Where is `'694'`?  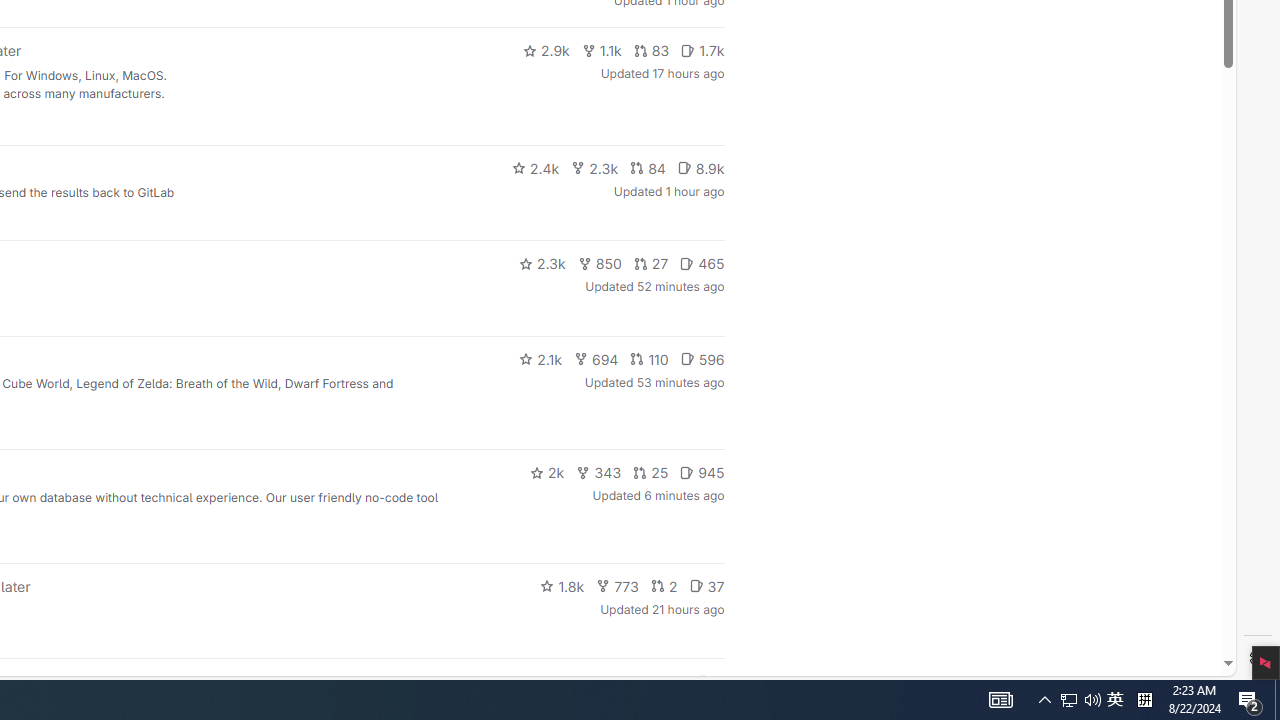 '694' is located at coordinates (595, 357).